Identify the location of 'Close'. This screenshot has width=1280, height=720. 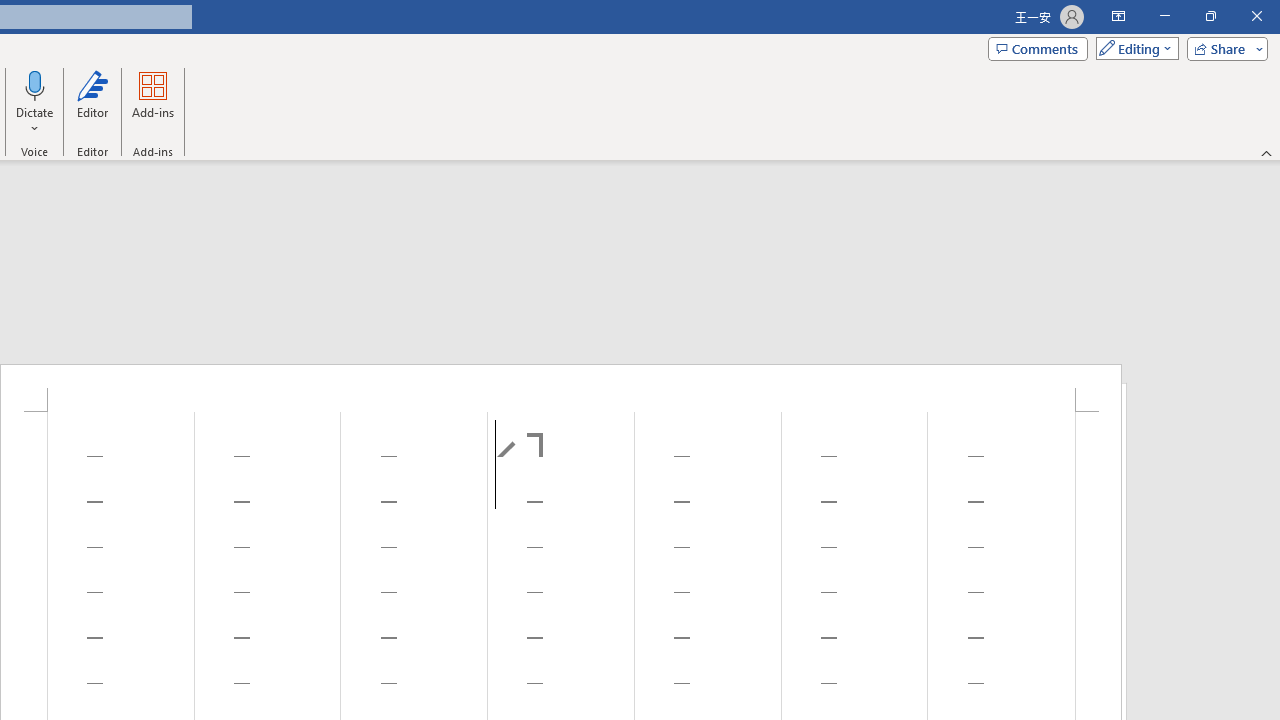
(1255, 16).